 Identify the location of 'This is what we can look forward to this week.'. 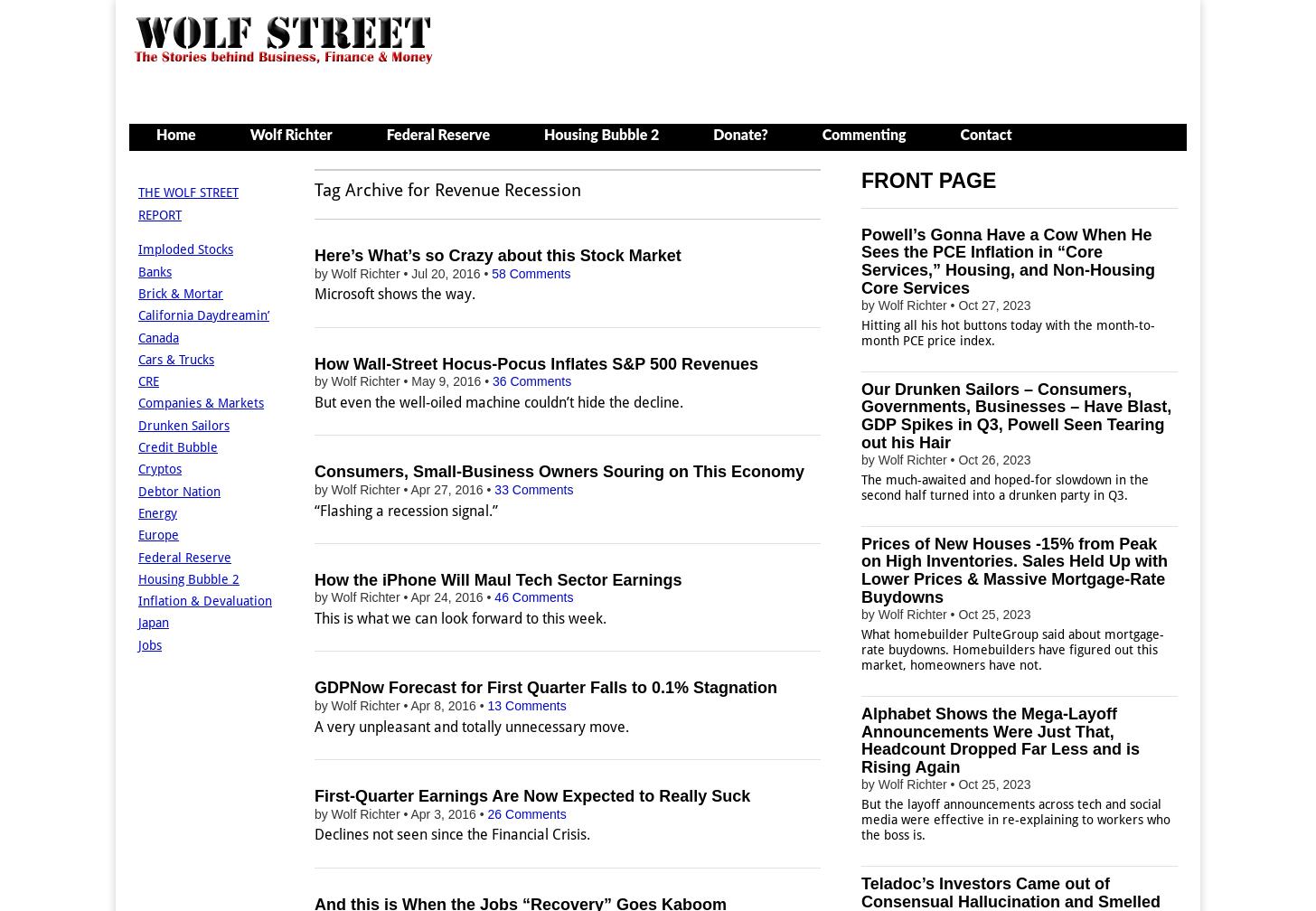
(459, 618).